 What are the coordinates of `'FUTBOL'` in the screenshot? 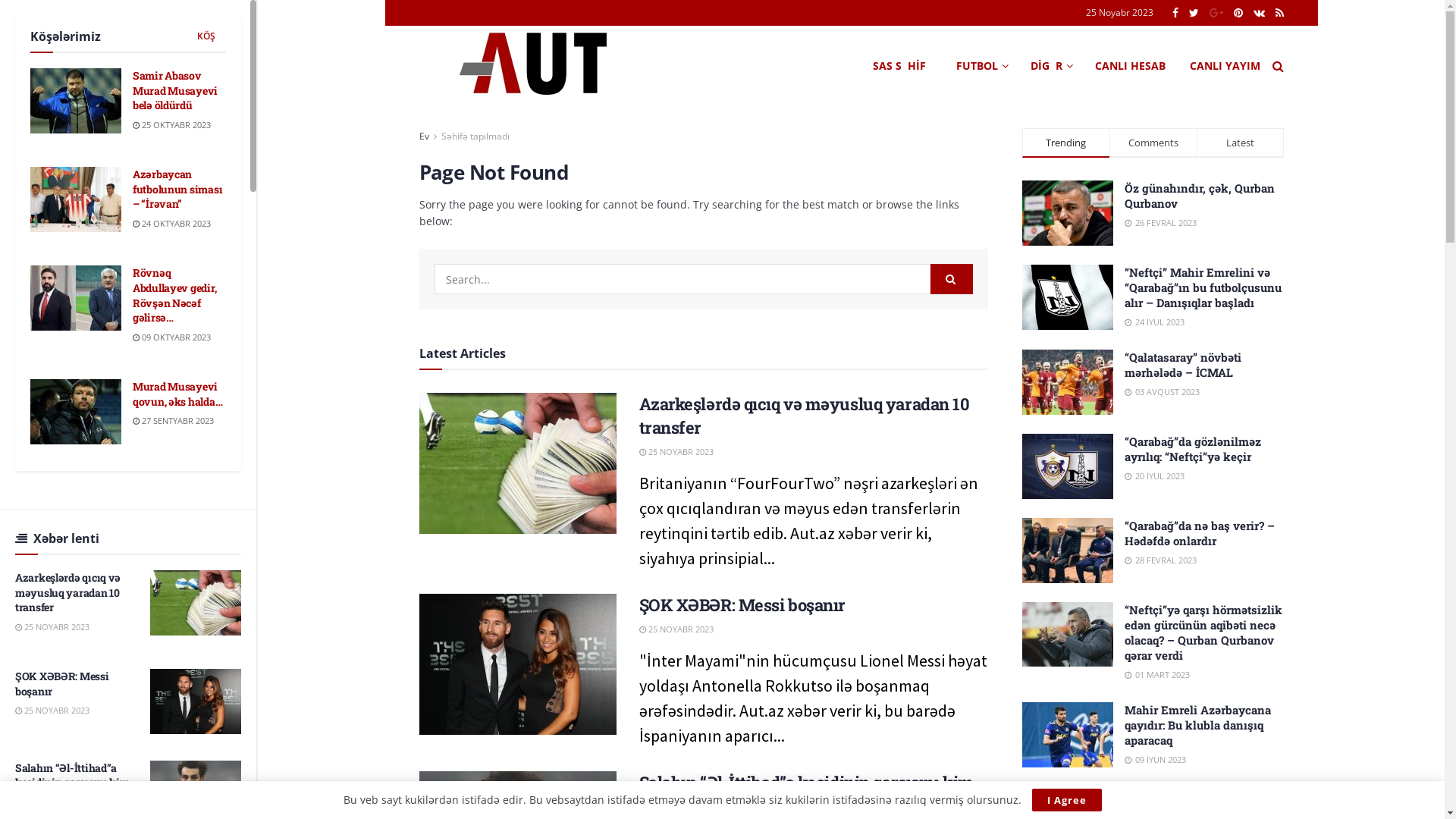 It's located at (980, 65).